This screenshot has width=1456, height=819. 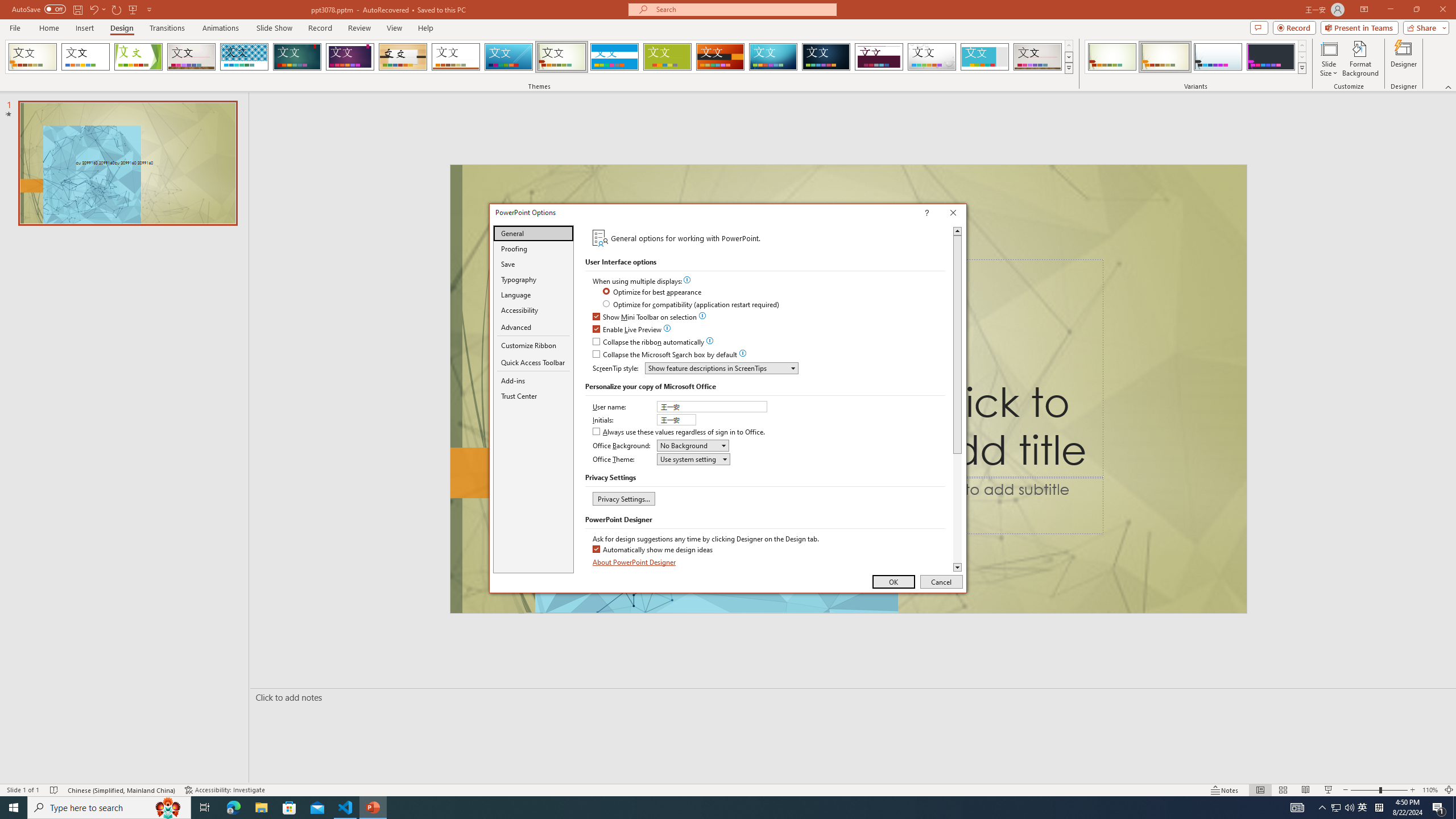 I want to click on 'Wisp Variant 3', so click(x=1217, y=56).